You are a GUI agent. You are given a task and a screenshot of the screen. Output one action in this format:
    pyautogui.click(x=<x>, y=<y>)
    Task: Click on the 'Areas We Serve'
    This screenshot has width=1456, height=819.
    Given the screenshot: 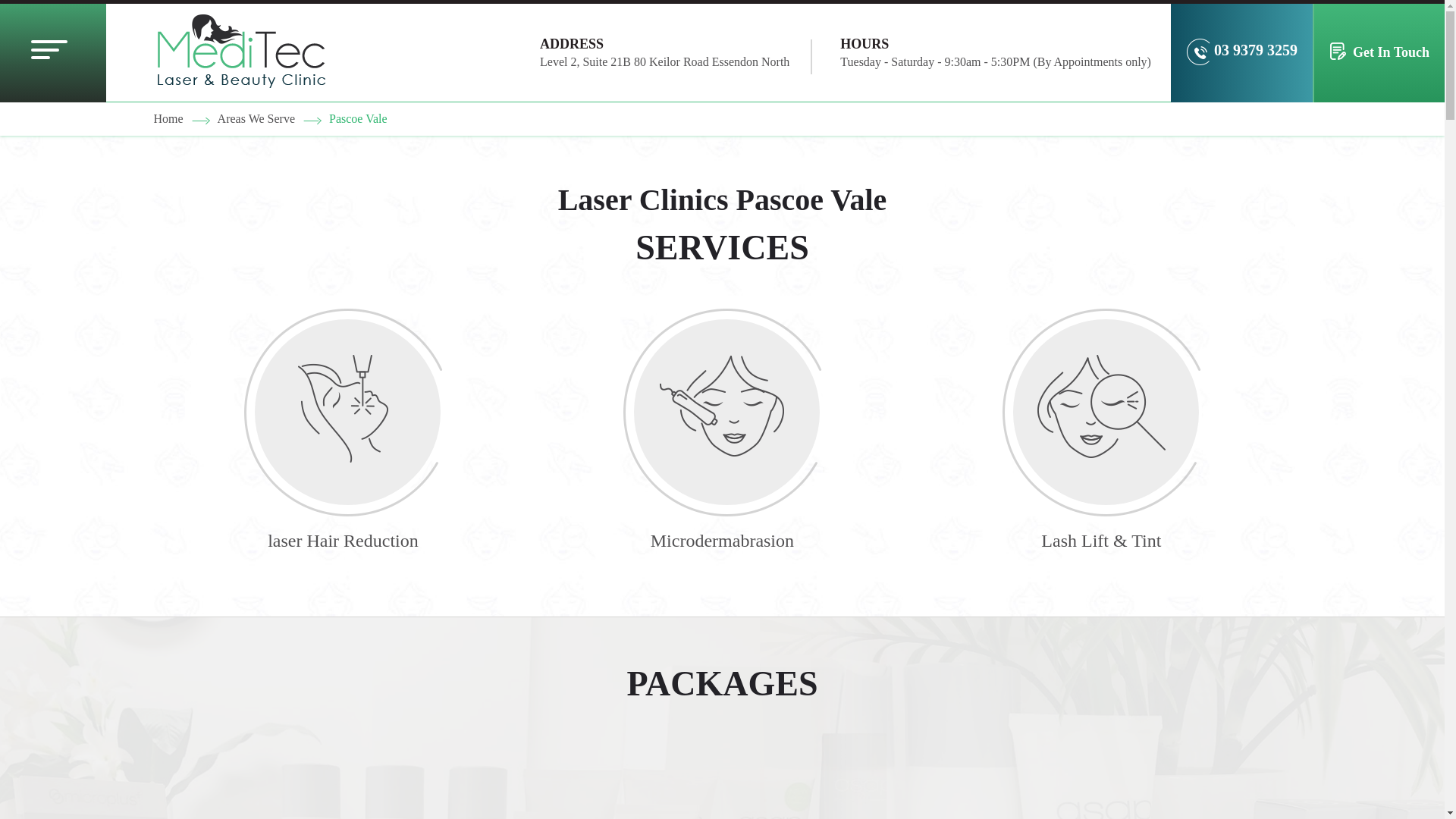 What is the action you would take?
    pyautogui.click(x=256, y=118)
    